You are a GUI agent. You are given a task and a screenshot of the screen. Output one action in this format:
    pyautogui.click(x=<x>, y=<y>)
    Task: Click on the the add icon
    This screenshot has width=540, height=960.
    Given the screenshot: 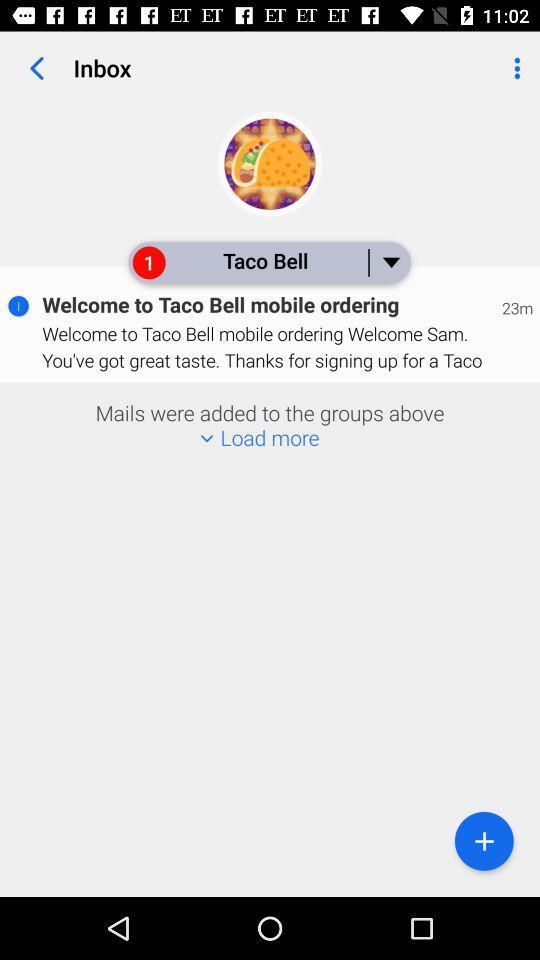 What is the action you would take?
    pyautogui.click(x=483, y=899)
    